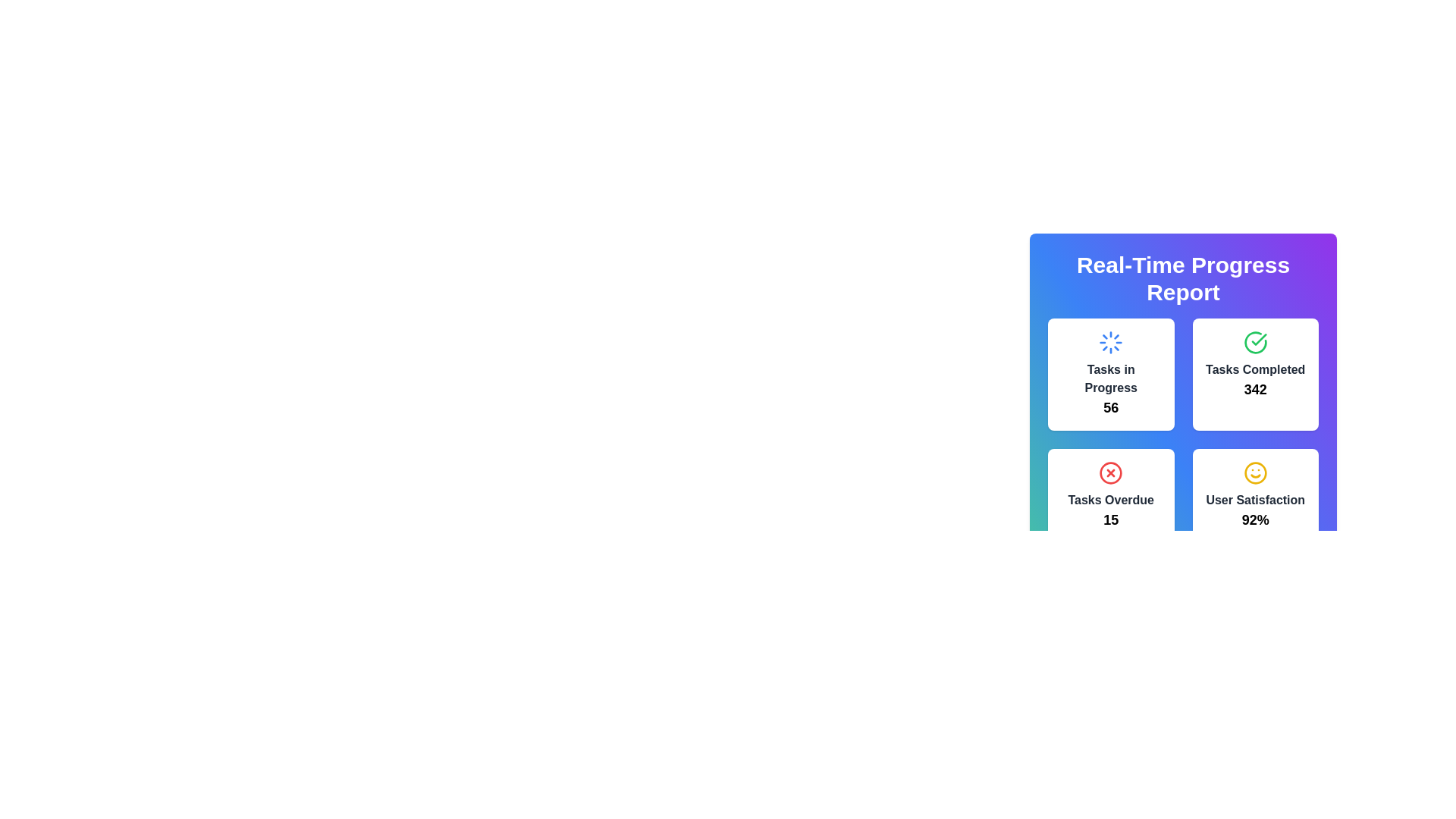 The width and height of the screenshot is (1456, 819). I want to click on numeric value displayed in the 'Tasks Completed' text display, which is located in the top-right quadrant of the grid layout, so click(1255, 388).